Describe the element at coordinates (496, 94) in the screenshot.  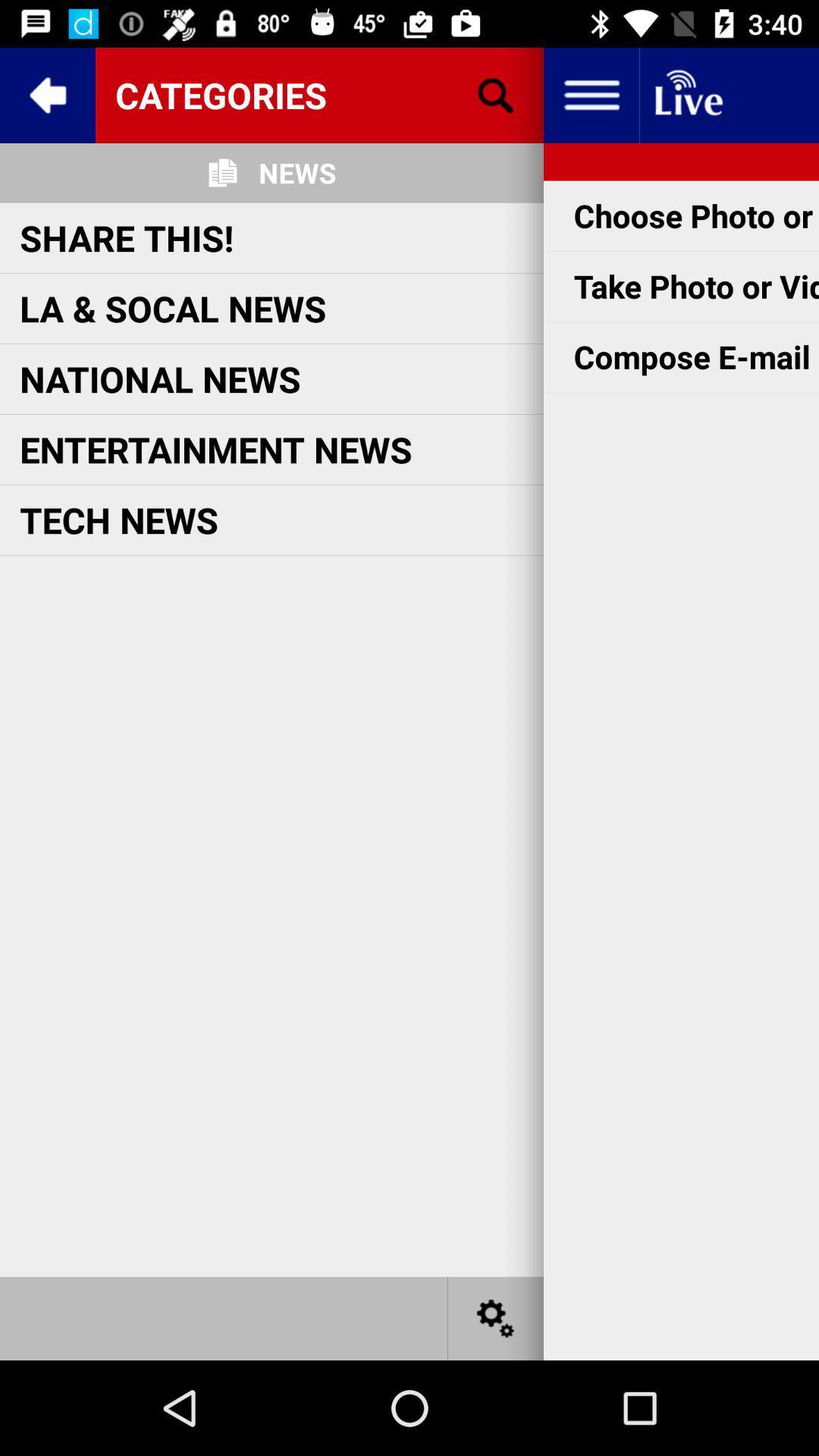
I see `the search icon` at that location.